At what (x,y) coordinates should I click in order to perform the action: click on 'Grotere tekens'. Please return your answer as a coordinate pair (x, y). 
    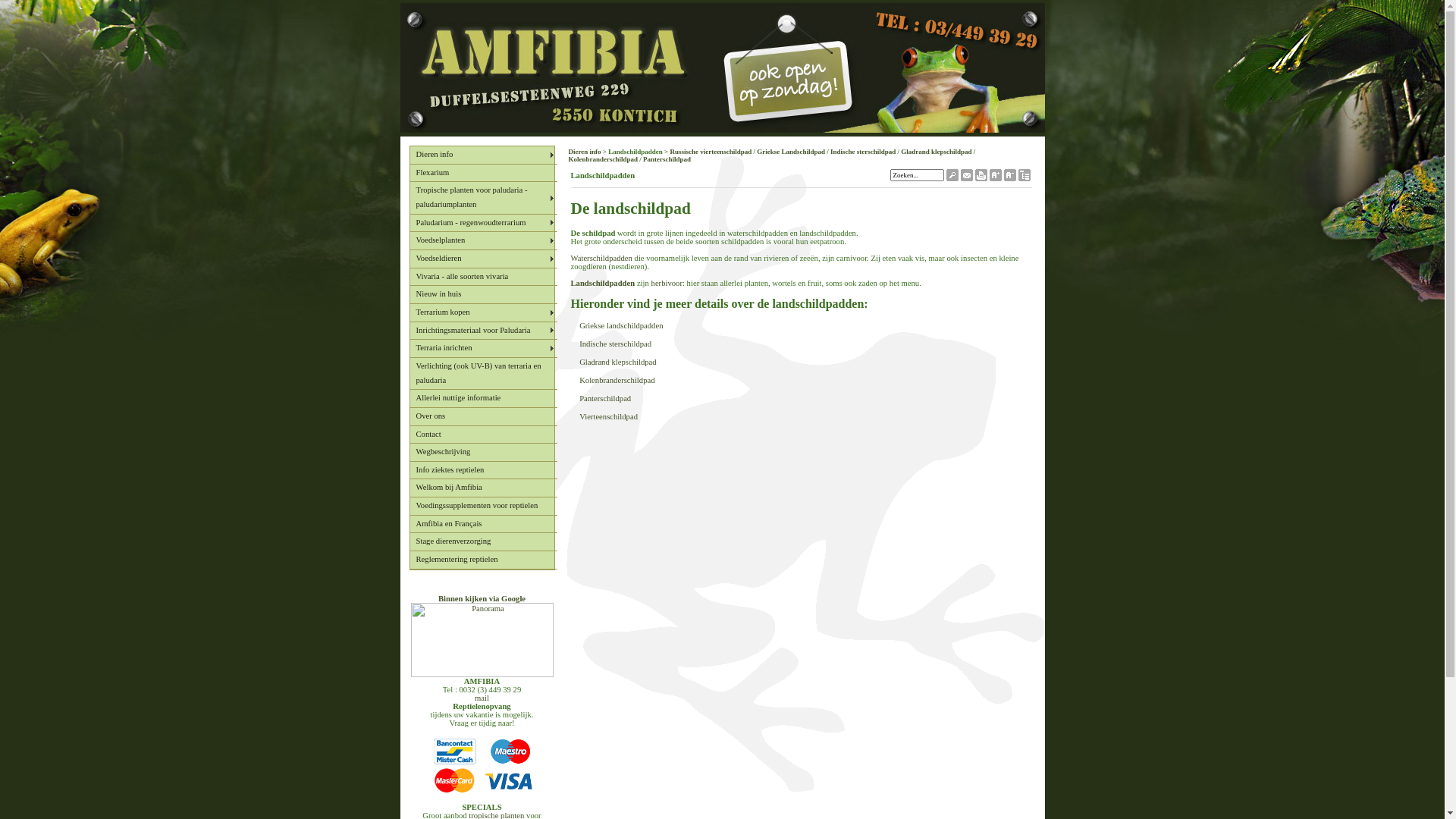
    Looking at the image, I should click on (994, 177).